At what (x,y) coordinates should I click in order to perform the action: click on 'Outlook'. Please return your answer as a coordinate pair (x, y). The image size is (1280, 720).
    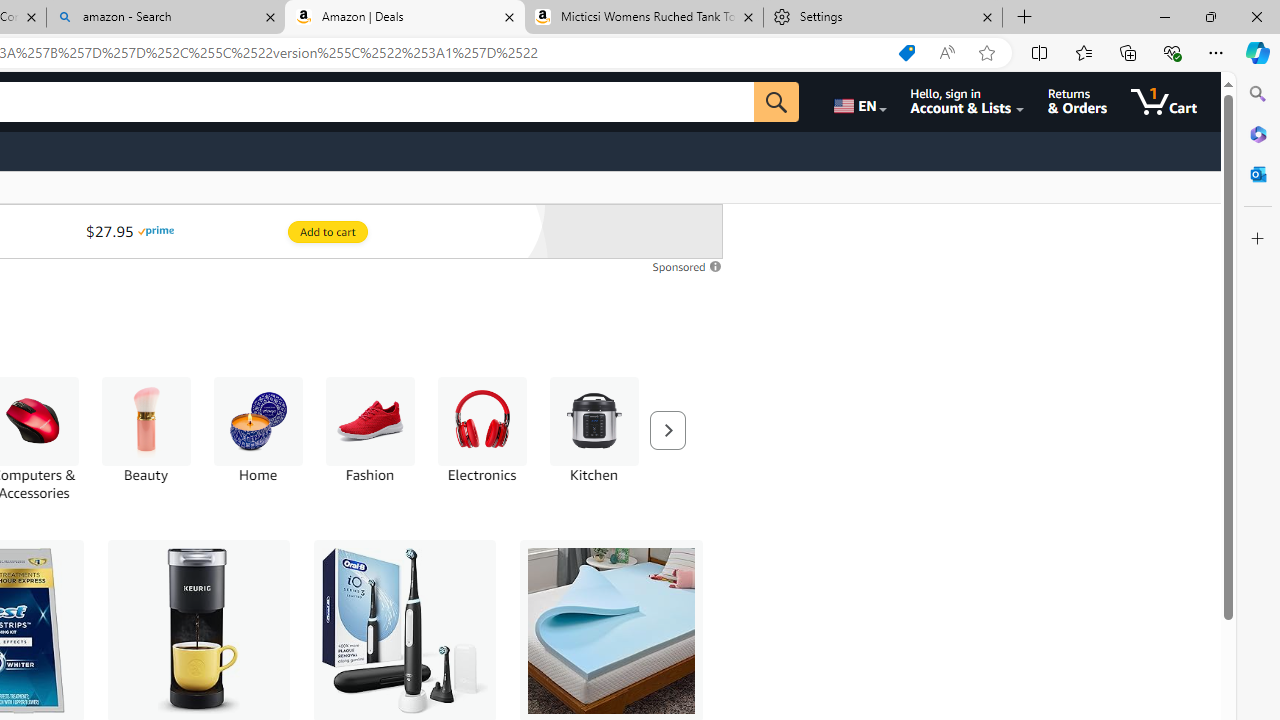
    Looking at the image, I should click on (1257, 173).